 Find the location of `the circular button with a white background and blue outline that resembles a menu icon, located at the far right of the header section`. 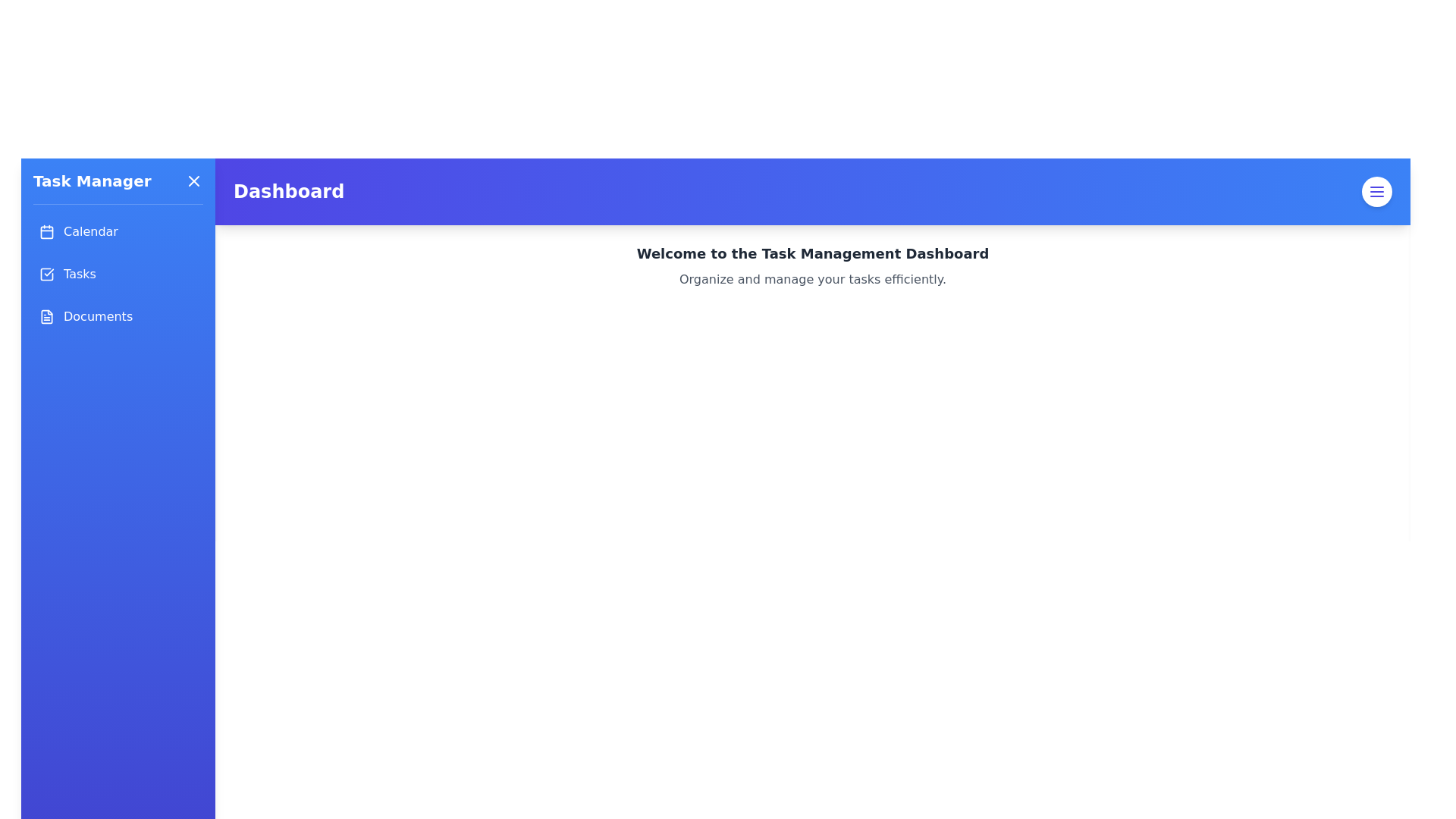

the circular button with a white background and blue outline that resembles a menu icon, located at the far right of the header section is located at coordinates (1376, 191).